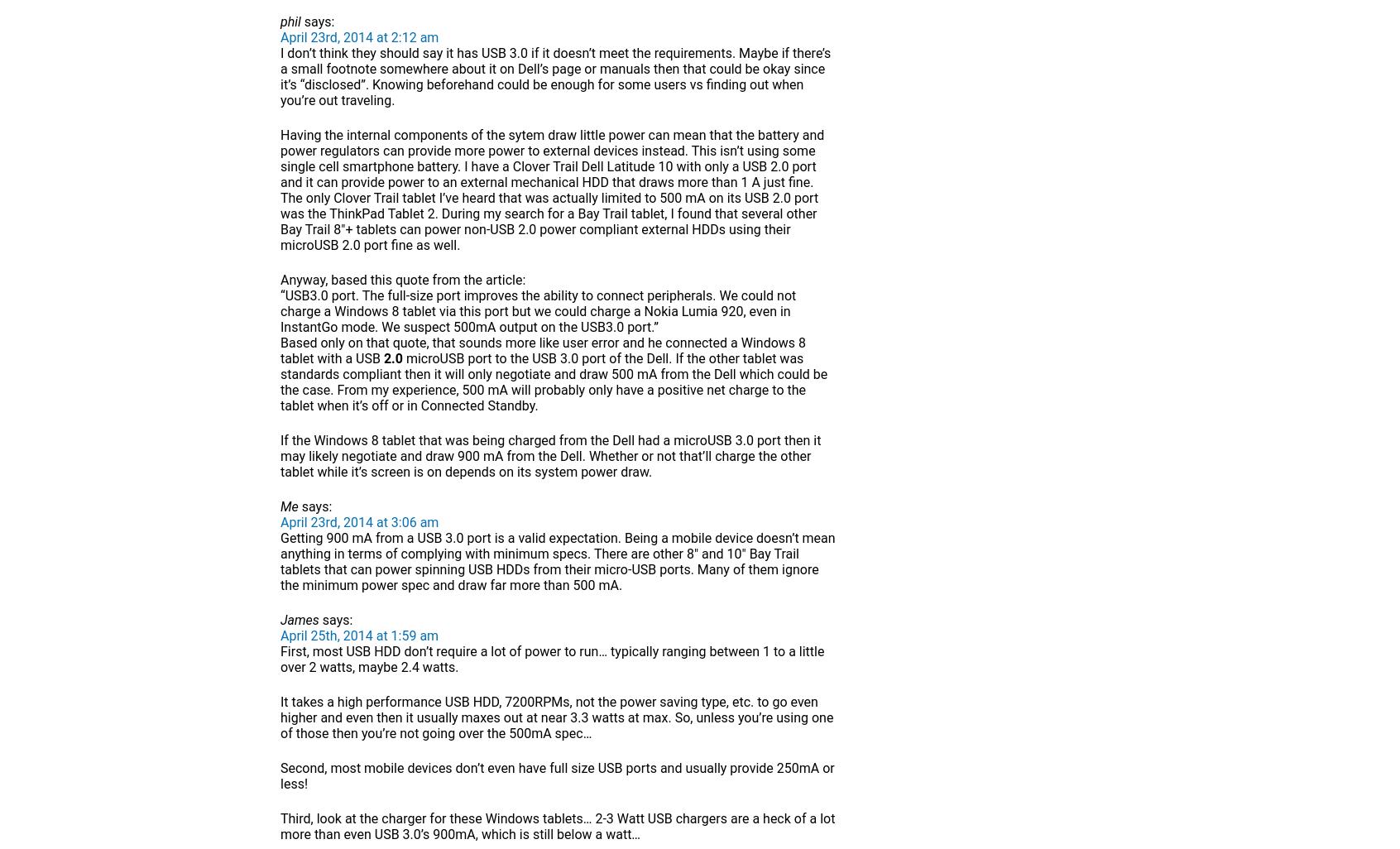  I want to click on '2.0', so click(391, 358).